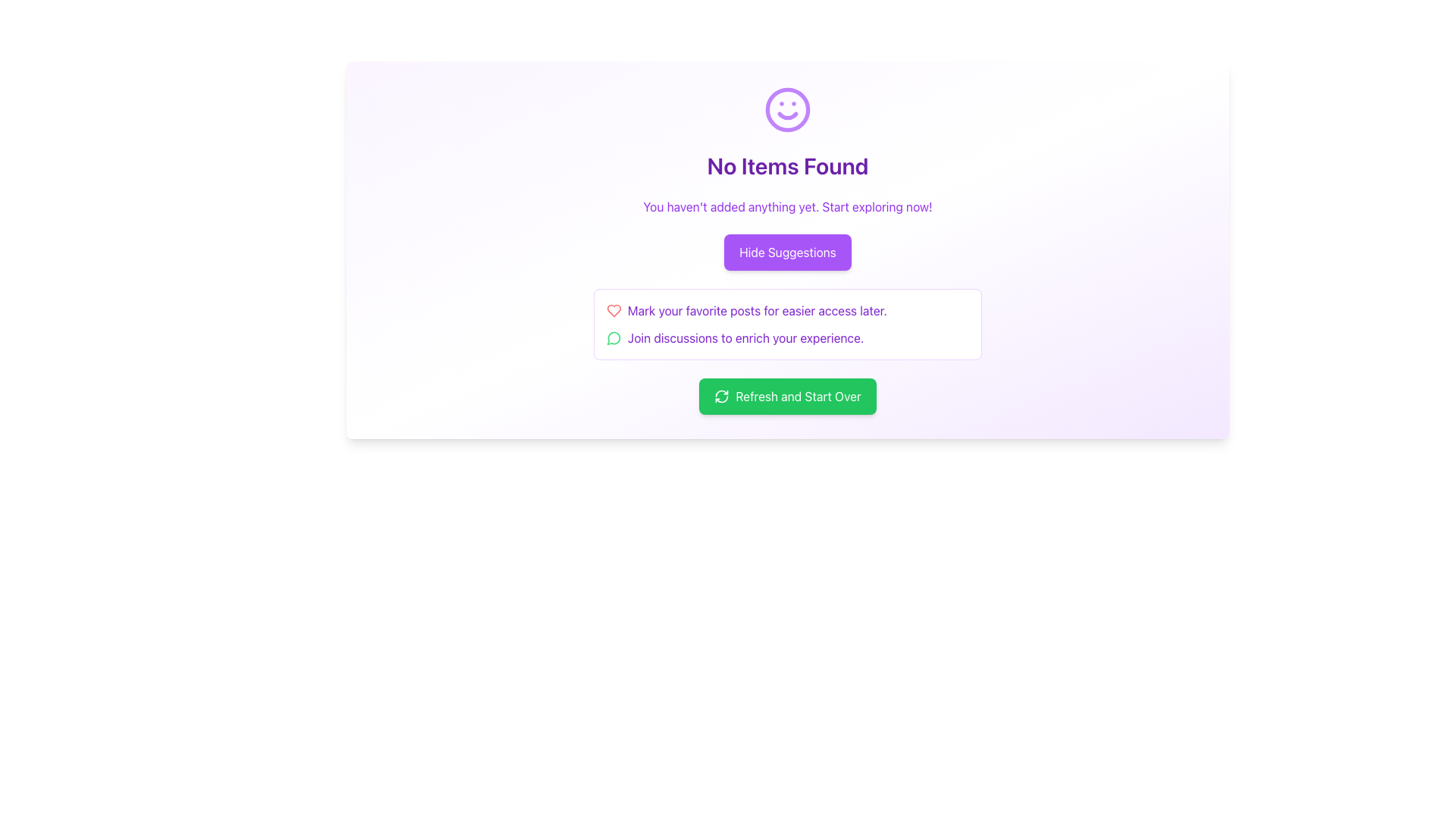 The height and width of the screenshot is (819, 1456). What do you see at coordinates (787, 115) in the screenshot?
I see `the curved line forming the smile within the circular face icon at the top center of the interface` at bounding box center [787, 115].